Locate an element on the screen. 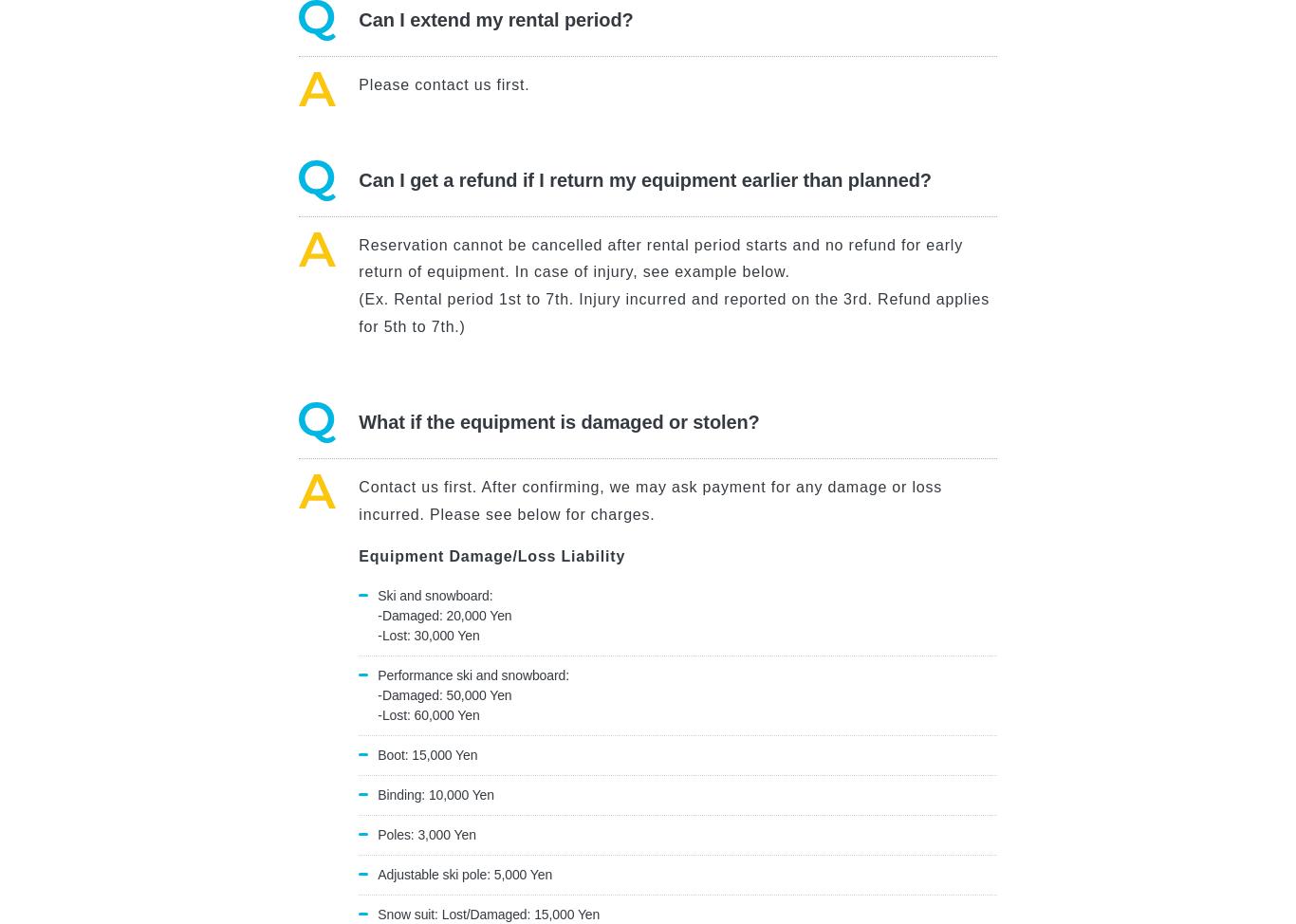  'Green Season' is located at coordinates (659, 83).